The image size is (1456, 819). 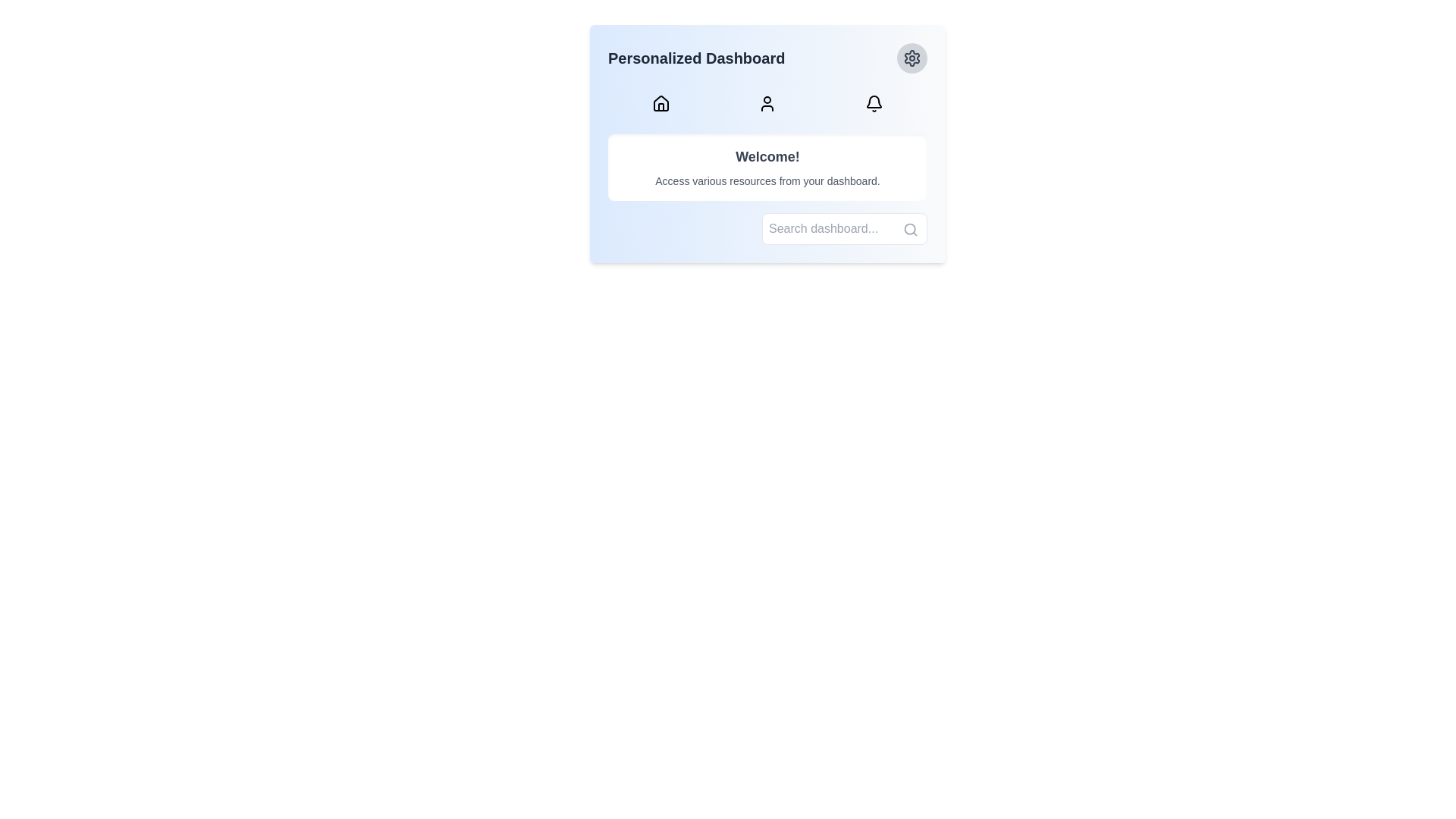 What do you see at coordinates (843, 228) in the screenshot?
I see `the search icon located to the right of the search text input field with placeholder text 'Search dashboard...' in the bottom-right corner of its enclosing card layout` at bounding box center [843, 228].